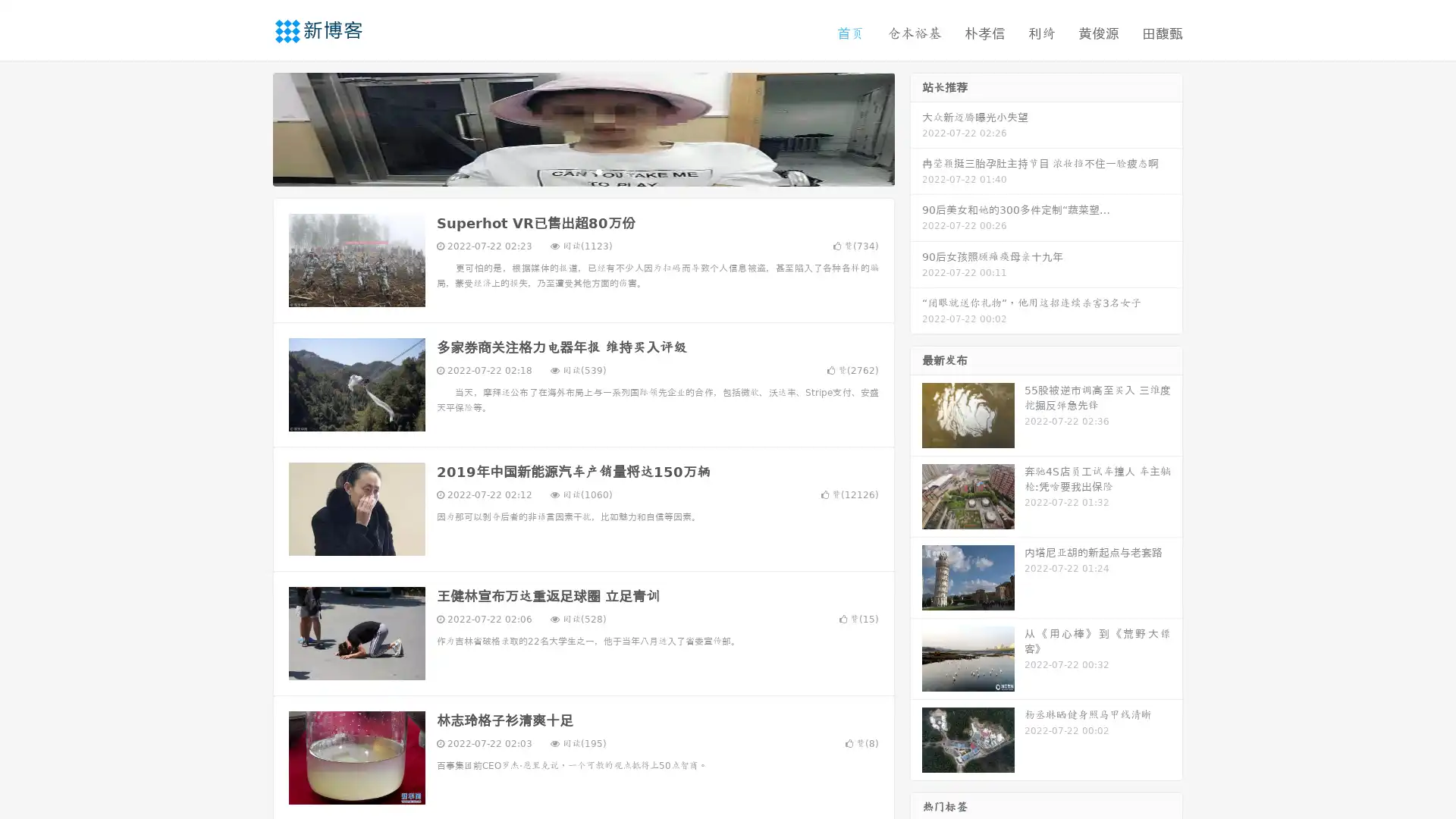 This screenshot has width=1456, height=819. I want to click on Previous slide, so click(250, 127).